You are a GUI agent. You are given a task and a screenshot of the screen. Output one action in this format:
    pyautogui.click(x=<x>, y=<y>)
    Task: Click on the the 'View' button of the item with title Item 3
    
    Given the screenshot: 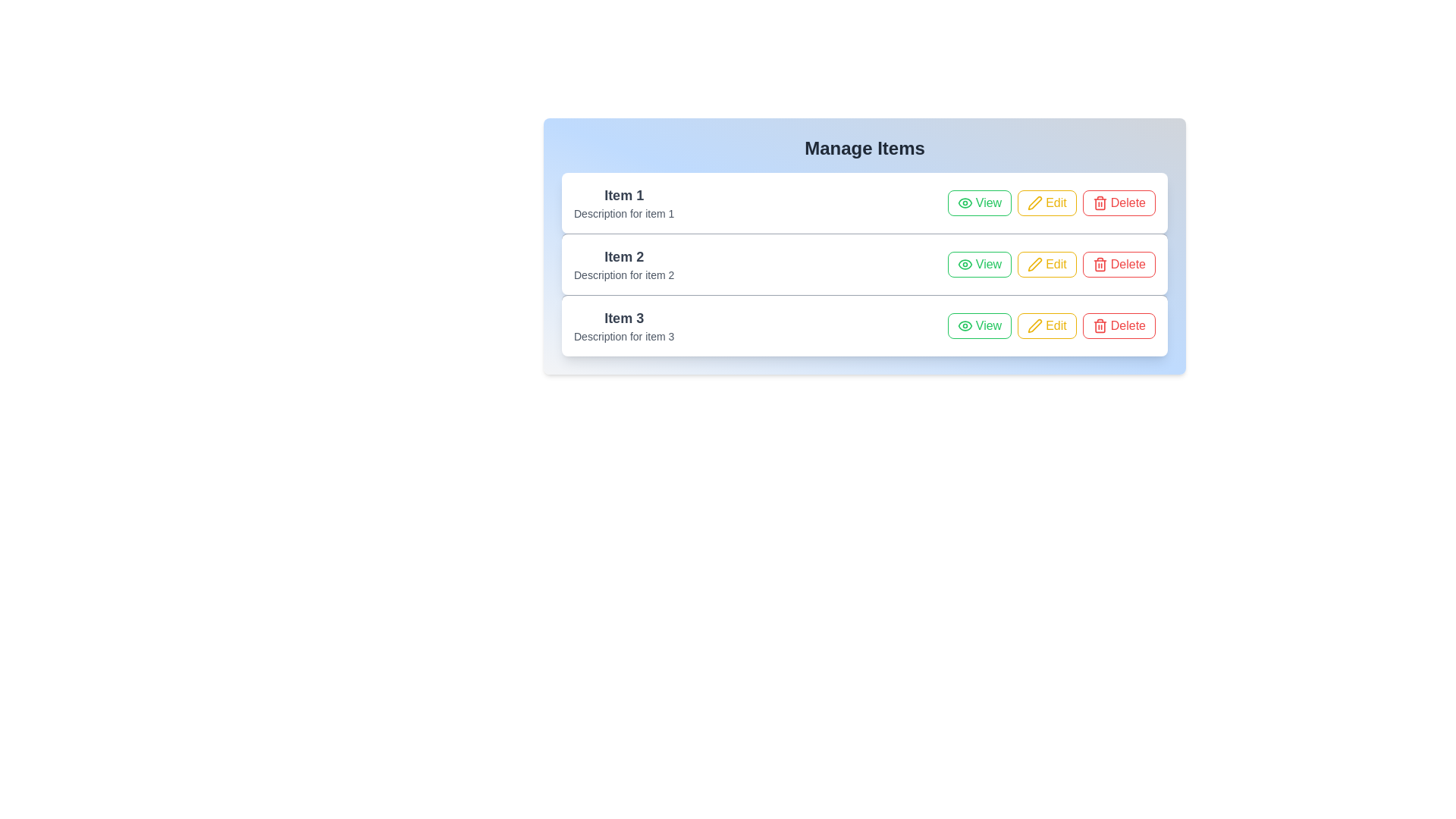 What is the action you would take?
    pyautogui.click(x=979, y=325)
    